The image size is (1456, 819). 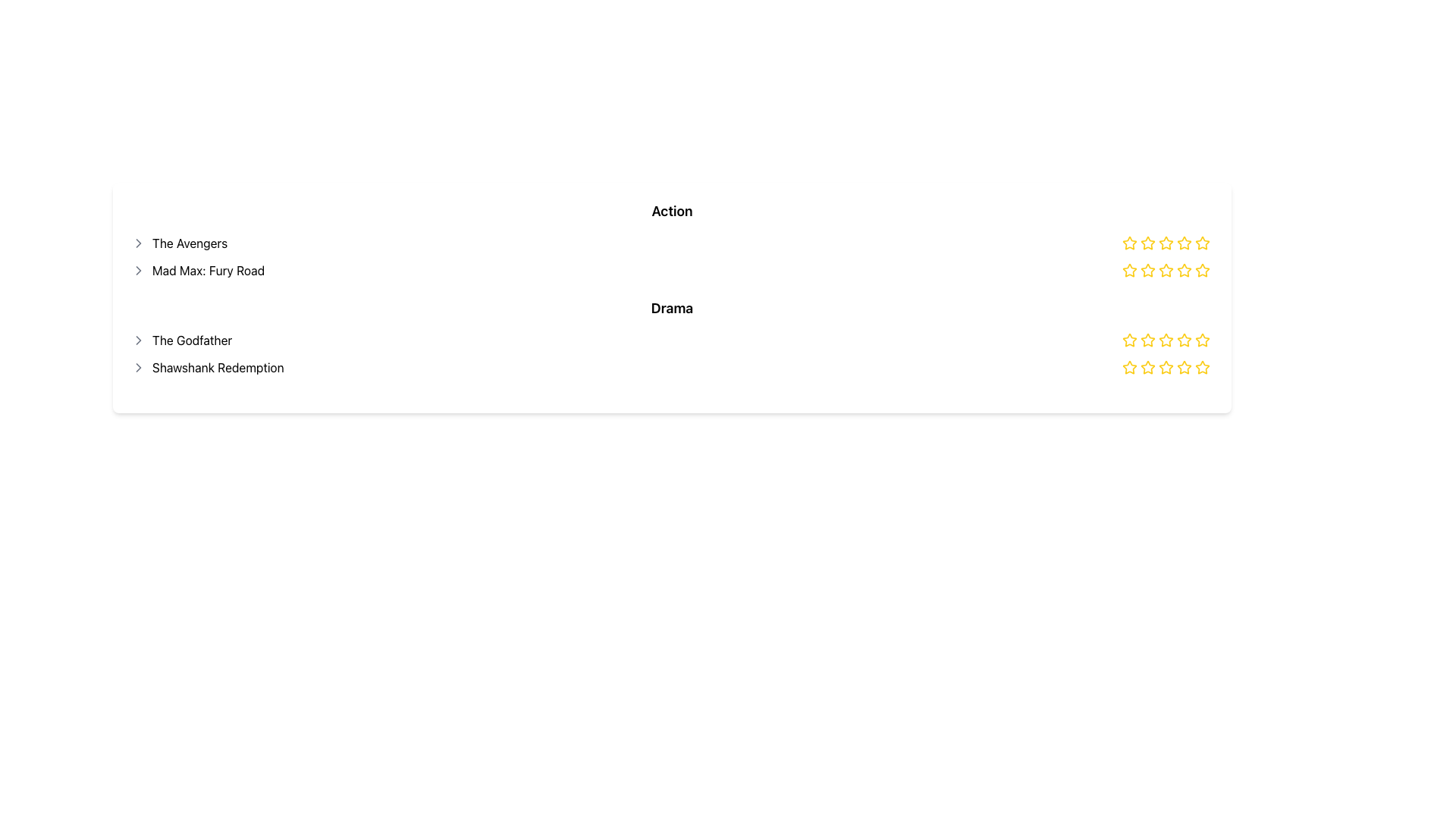 I want to click on the fifth star rating icon filled in yellow for 'The Godfather' movie, so click(x=1165, y=339).